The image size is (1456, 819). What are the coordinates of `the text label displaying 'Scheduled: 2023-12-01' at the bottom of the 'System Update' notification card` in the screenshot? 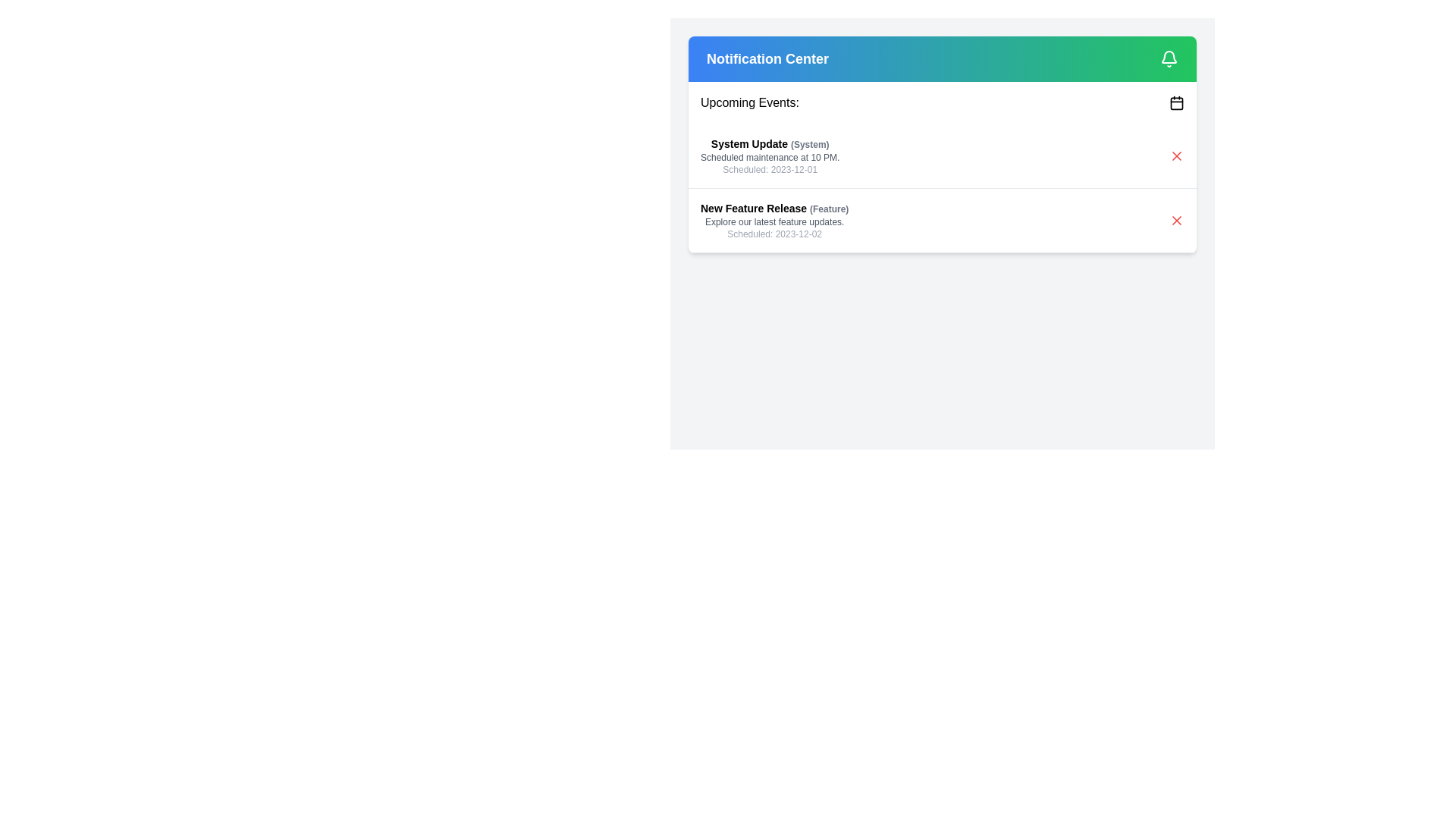 It's located at (770, 169).